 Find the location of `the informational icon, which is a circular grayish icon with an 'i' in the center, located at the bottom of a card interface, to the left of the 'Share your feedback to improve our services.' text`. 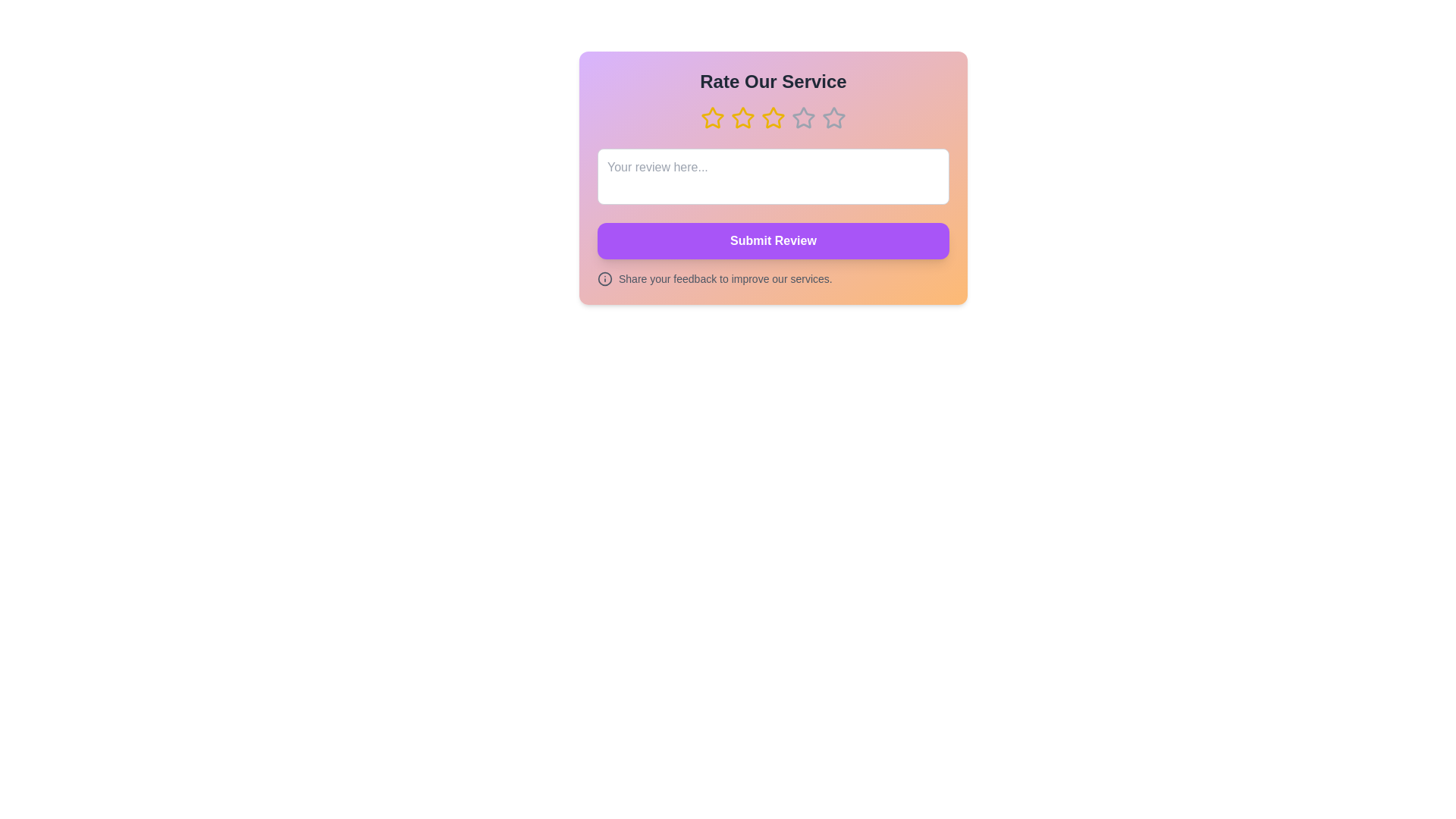

the informational icon, which is a circular grayish icon with an 'i' in the center, located at the bottom of a card interface, to the left of the 'Share your feedback to improve our services.' text is located at coordinates (604, 278).